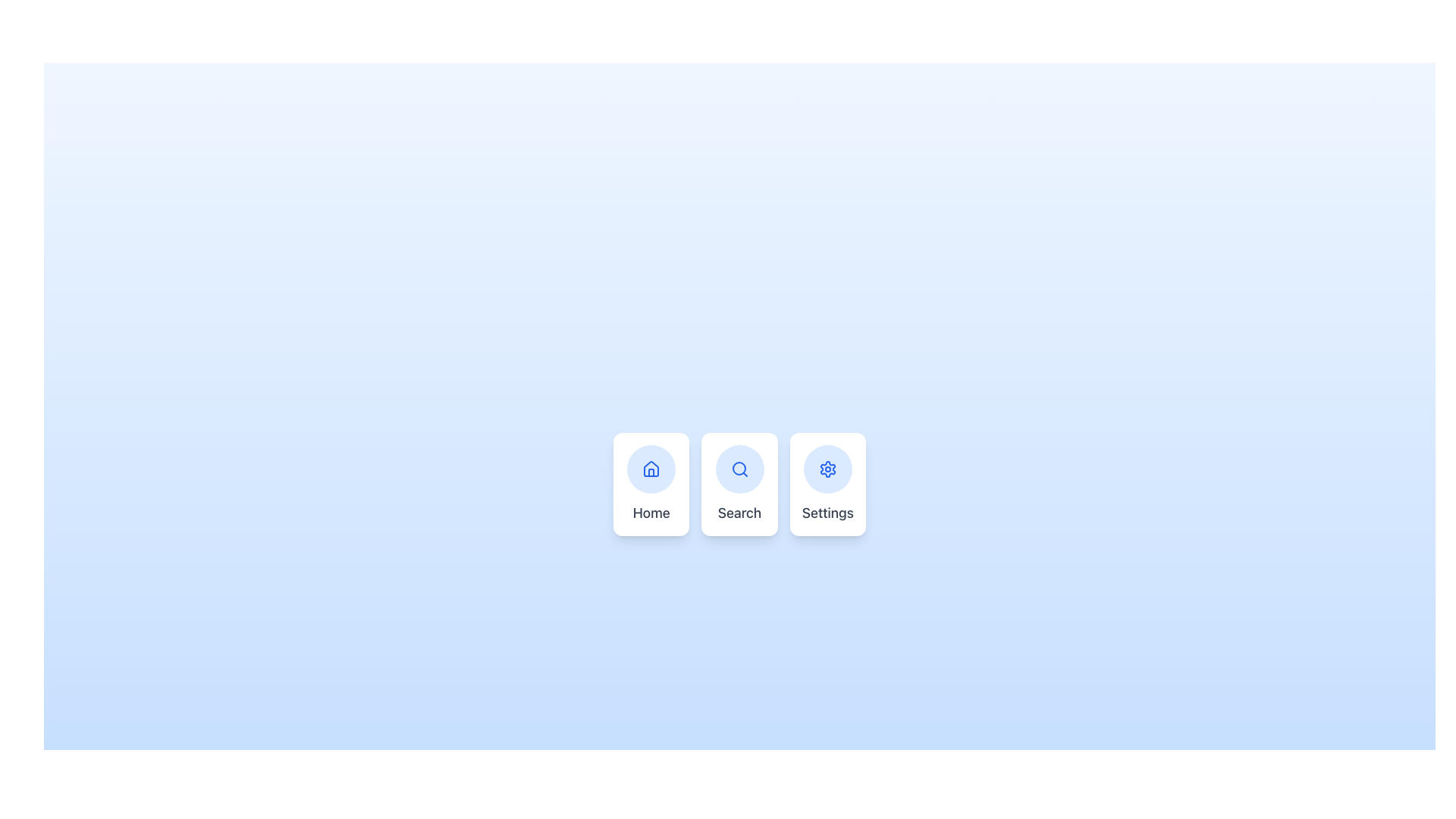  Describe the element at coordinates (651, 468) in the screenshot. I see `the blue house icon located at the top center of the group of three options (Home, Search, Settings)` at that location.